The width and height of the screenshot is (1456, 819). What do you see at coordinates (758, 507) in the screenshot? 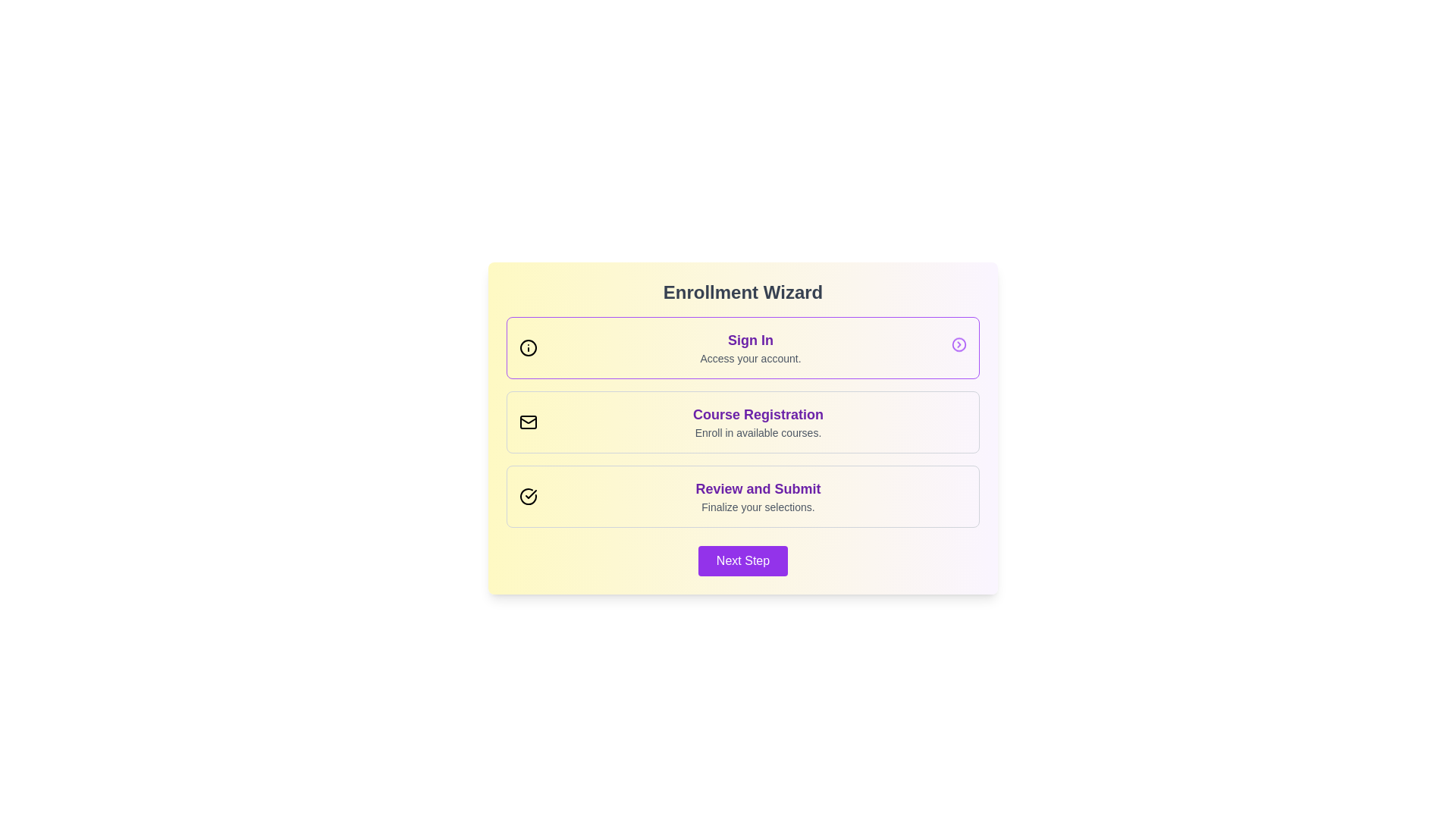
I see `the static text label that reads 'Finalize your selections.' located beneath the 'Review and Submit' title` at bounding box center [758, 507].